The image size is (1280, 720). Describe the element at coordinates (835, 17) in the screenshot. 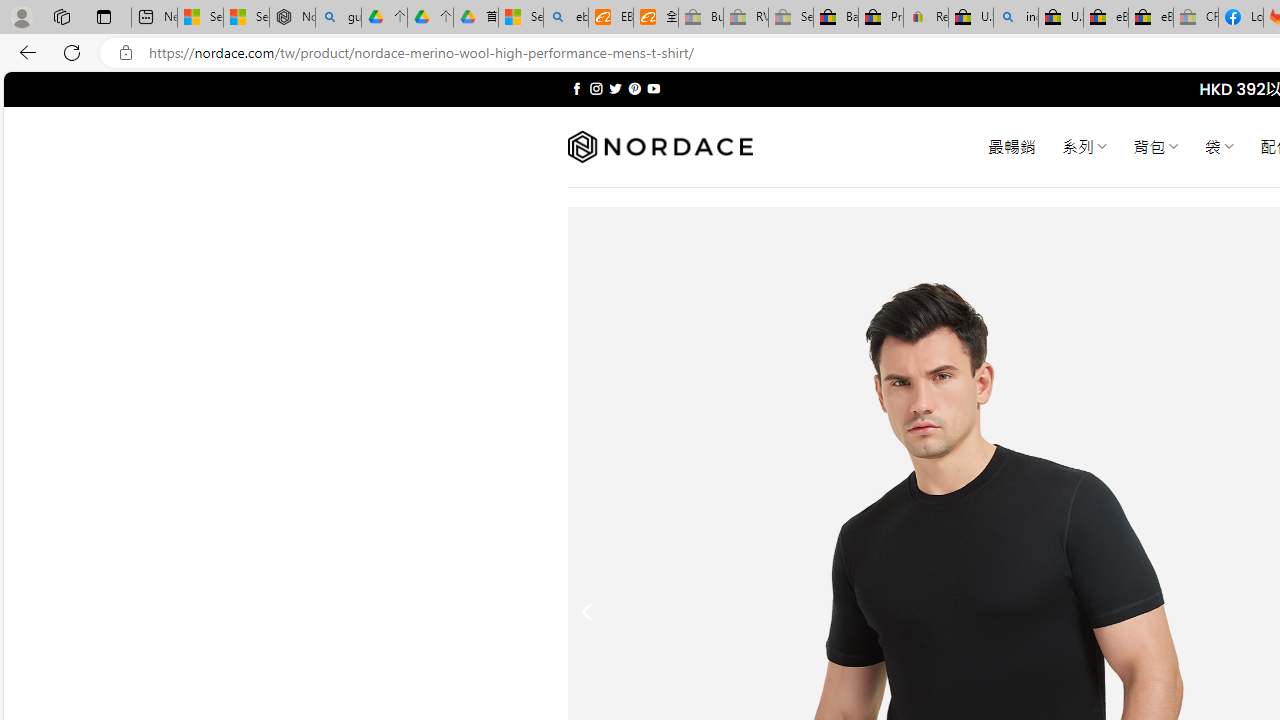

I see `'Baby Keepsakes & Announcements for sale | eBay'` at that location.